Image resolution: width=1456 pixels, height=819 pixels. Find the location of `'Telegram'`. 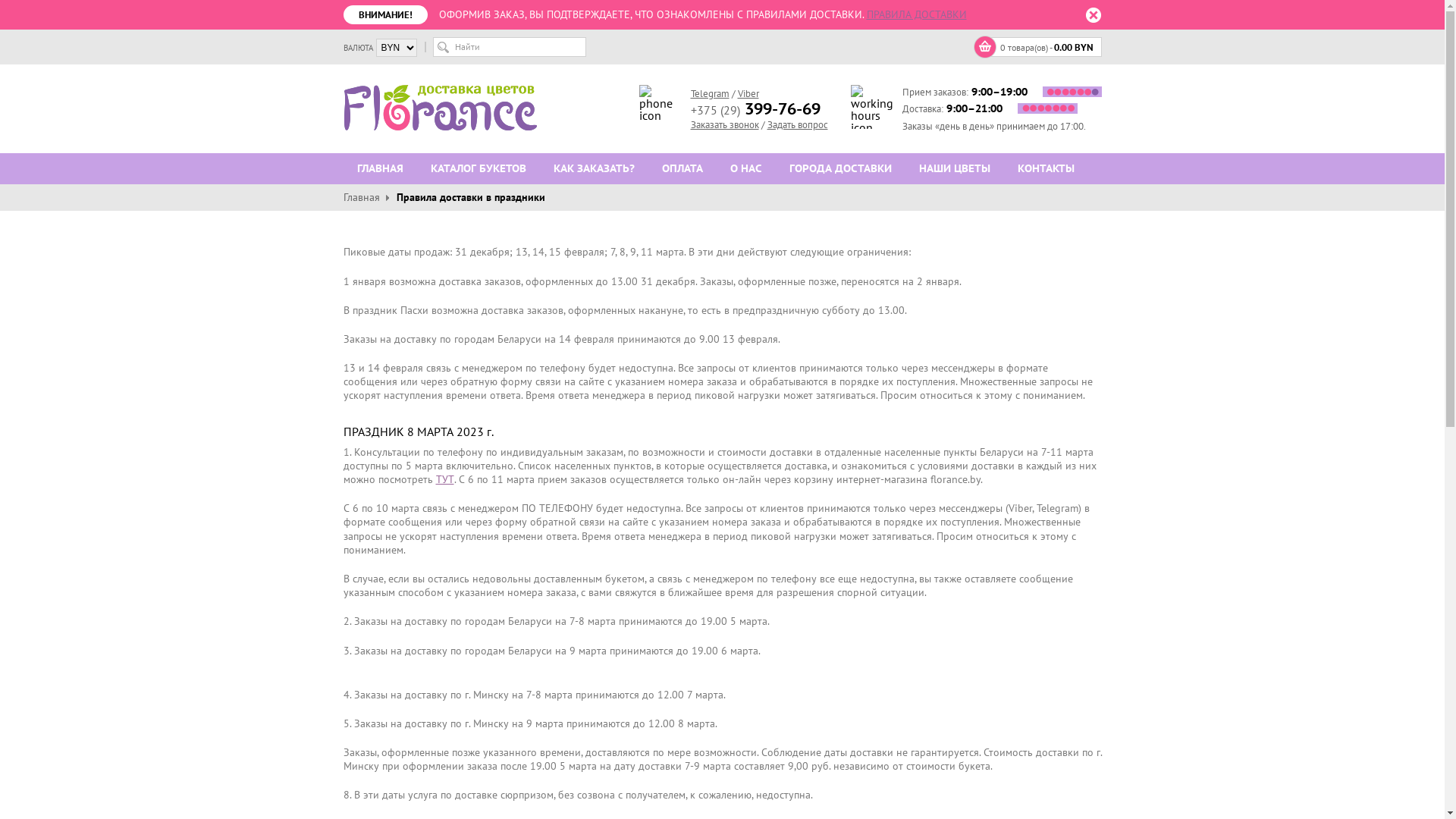

'Telegram' is located at coordinates (708, 93).